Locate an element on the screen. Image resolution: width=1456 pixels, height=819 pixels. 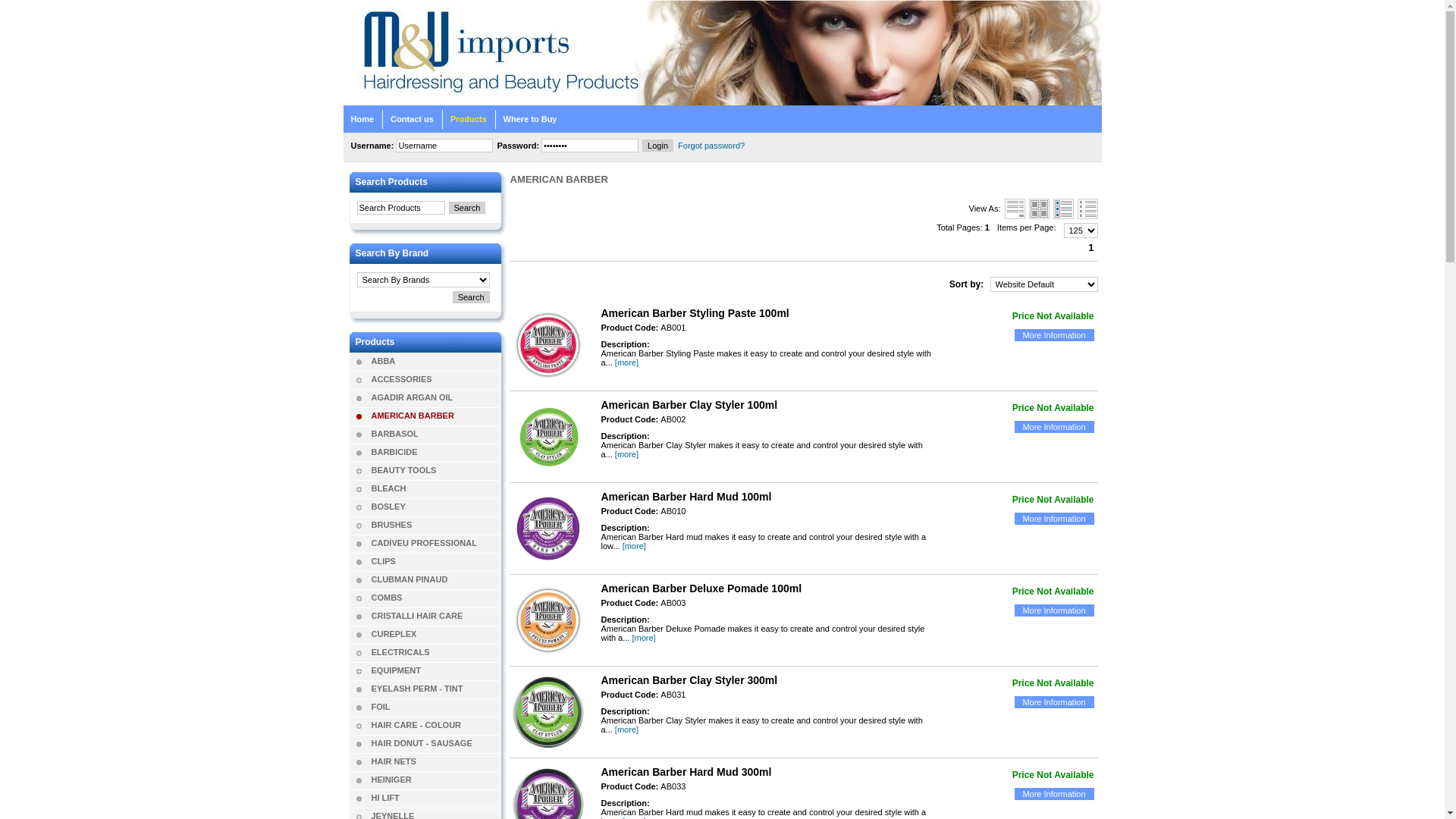
'COMBS' is located at coordinates (435, 596).